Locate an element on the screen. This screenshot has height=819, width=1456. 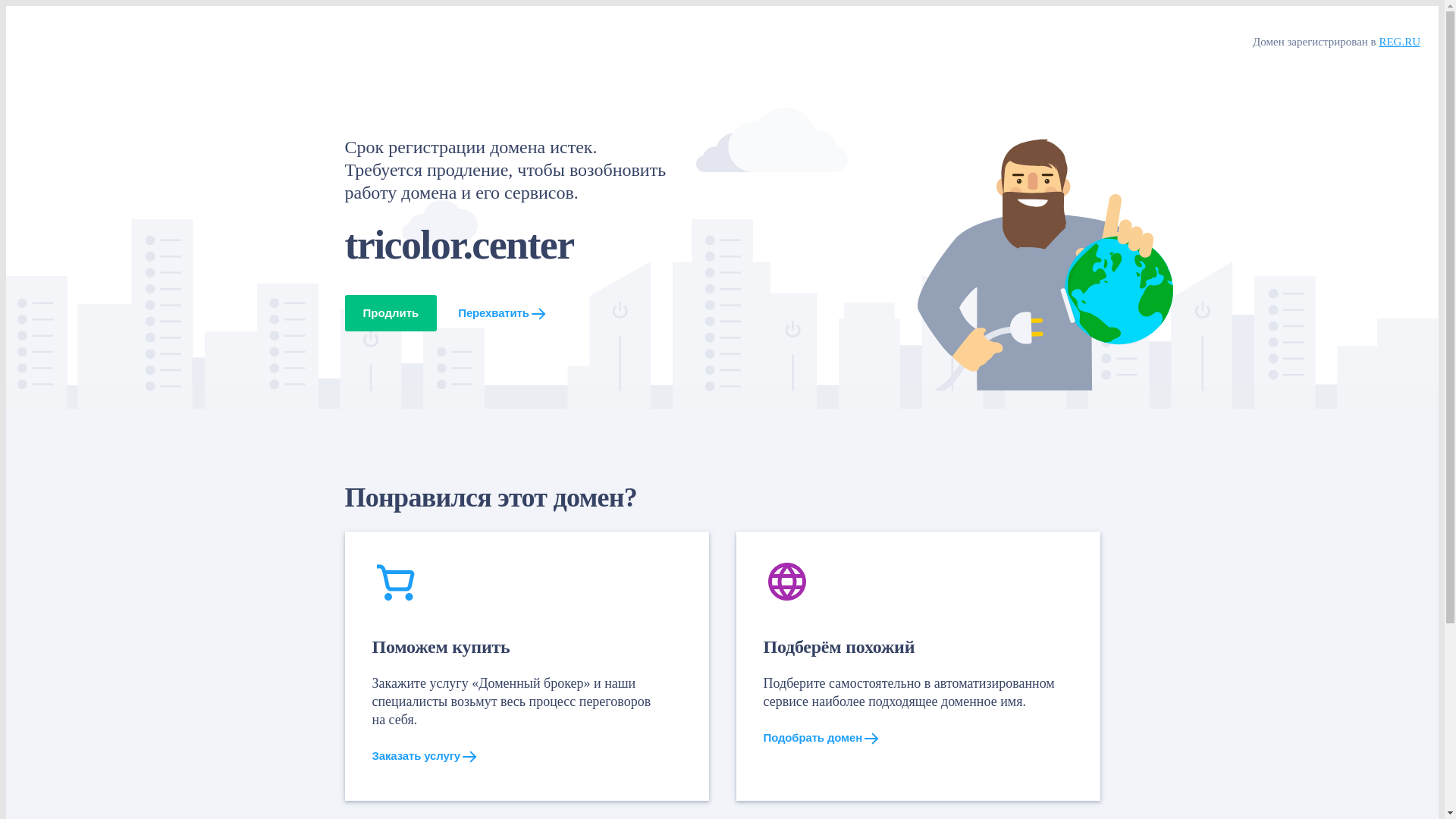
'REG.RU' is located at coordinates (1398, 40).